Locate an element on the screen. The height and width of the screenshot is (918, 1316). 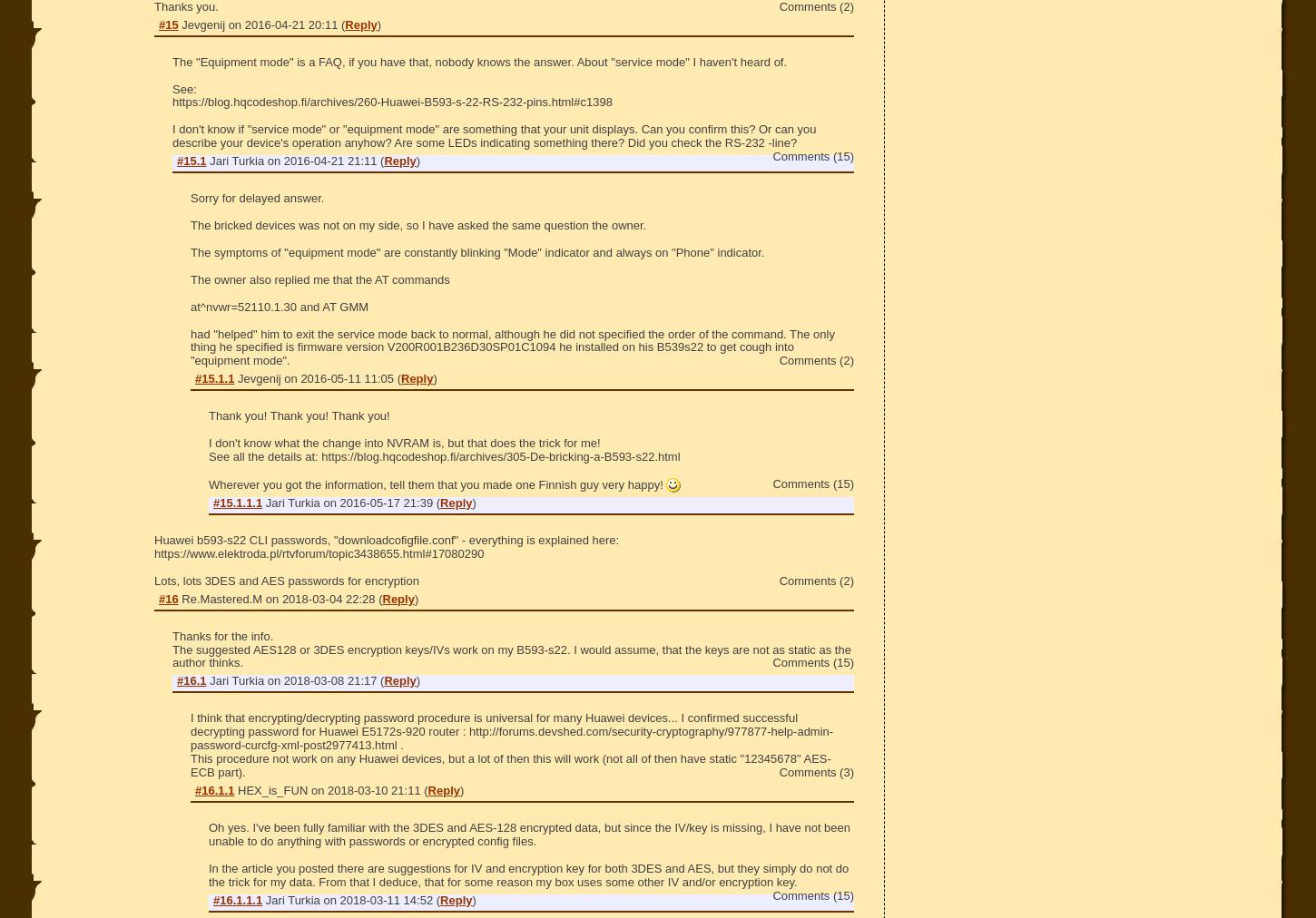
'See all the details at: https://blog.hqcodeshop.fi/archives/305-De-bricking-a-B593-s22.html' is located at coordinates (444, 456).